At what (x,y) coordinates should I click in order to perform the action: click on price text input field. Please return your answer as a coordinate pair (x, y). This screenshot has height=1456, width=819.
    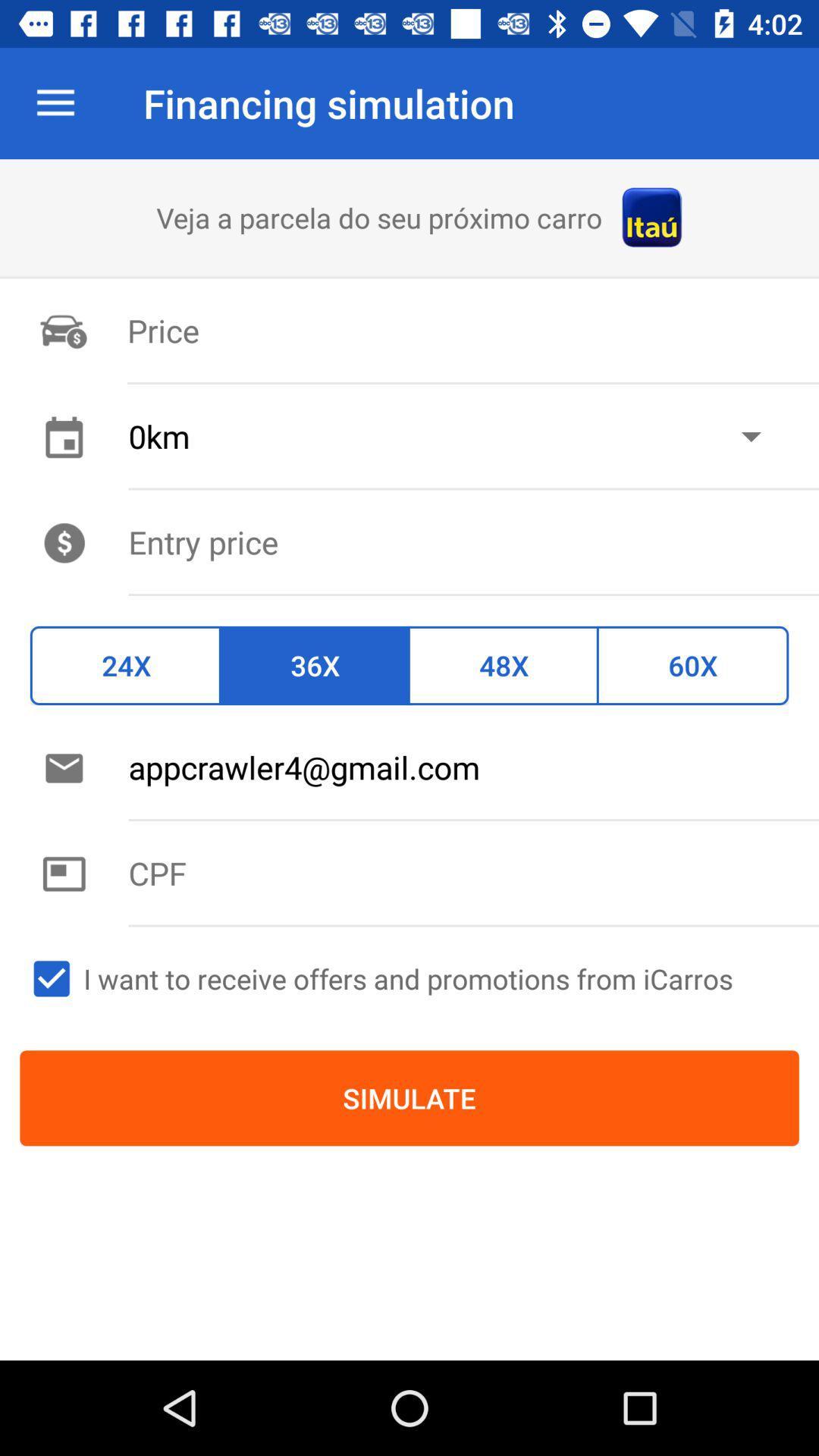
    Looking at the image, I should click on (472, 541).